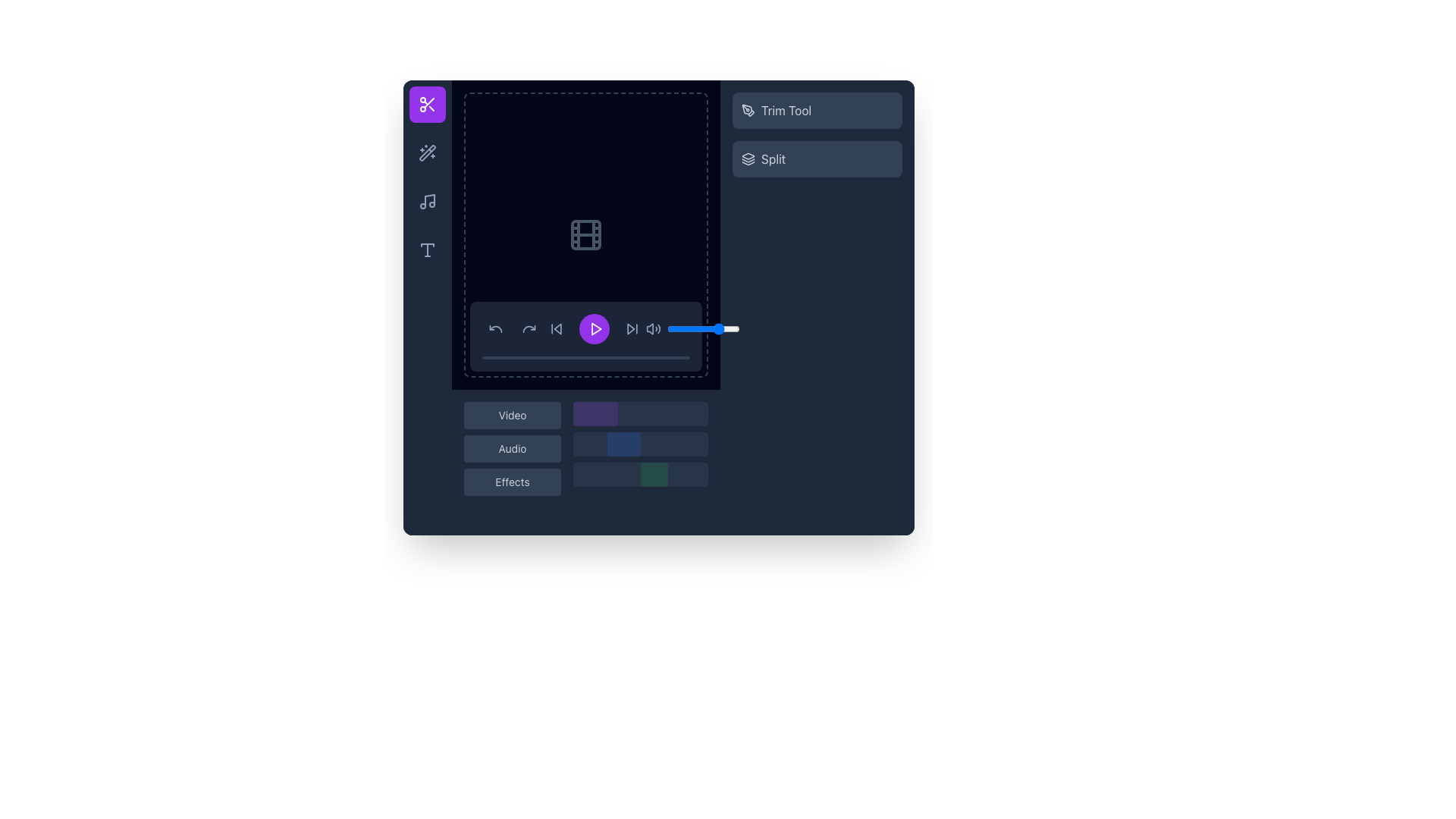 This screenshot has width=1456, height=819. I want to click on the gray rounded rectangular button with sparkles and a wand icon located second from the top in the left sidebar, so click(427, 152).